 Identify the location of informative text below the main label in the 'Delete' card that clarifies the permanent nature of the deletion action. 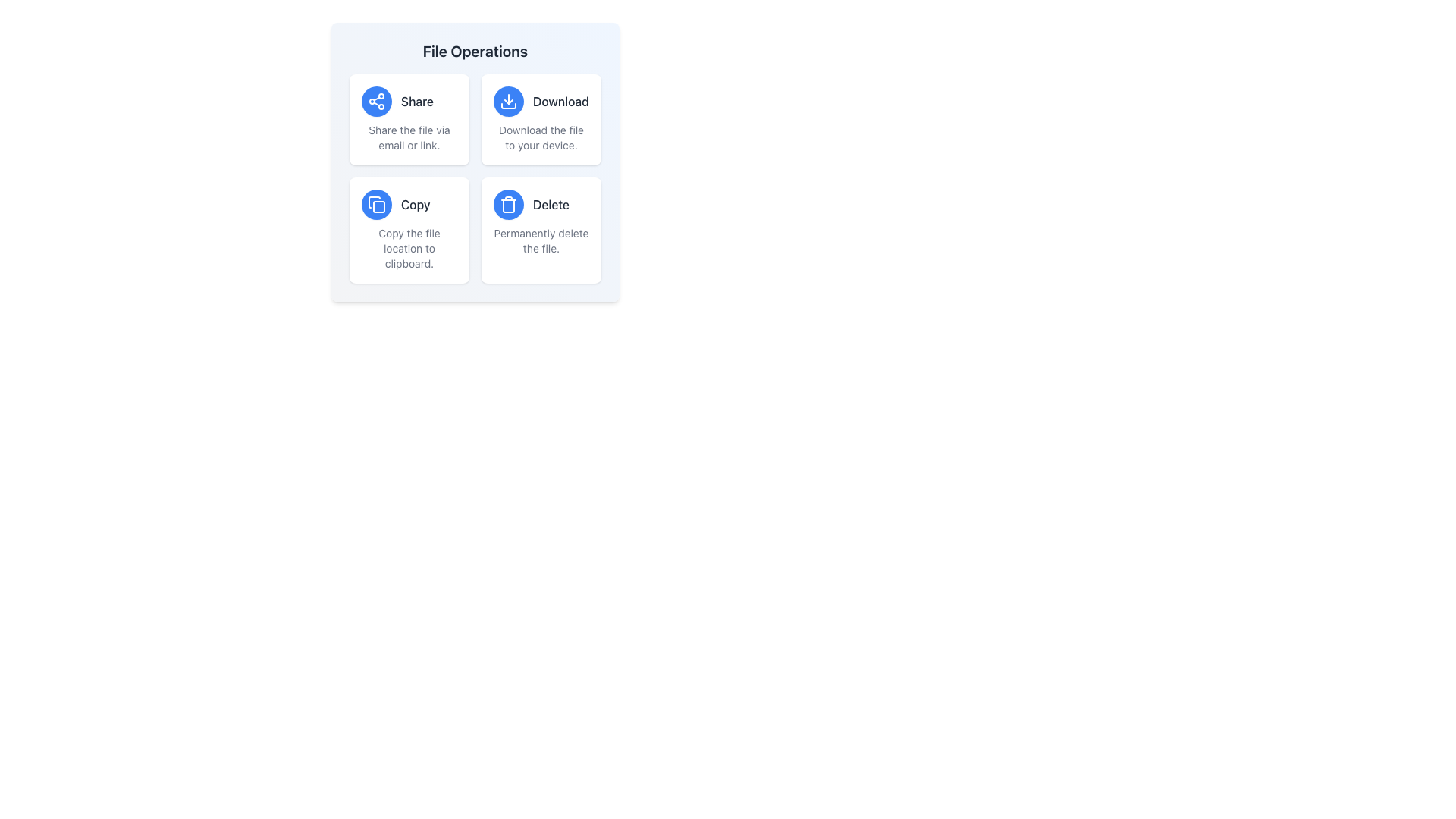
(541, 240).